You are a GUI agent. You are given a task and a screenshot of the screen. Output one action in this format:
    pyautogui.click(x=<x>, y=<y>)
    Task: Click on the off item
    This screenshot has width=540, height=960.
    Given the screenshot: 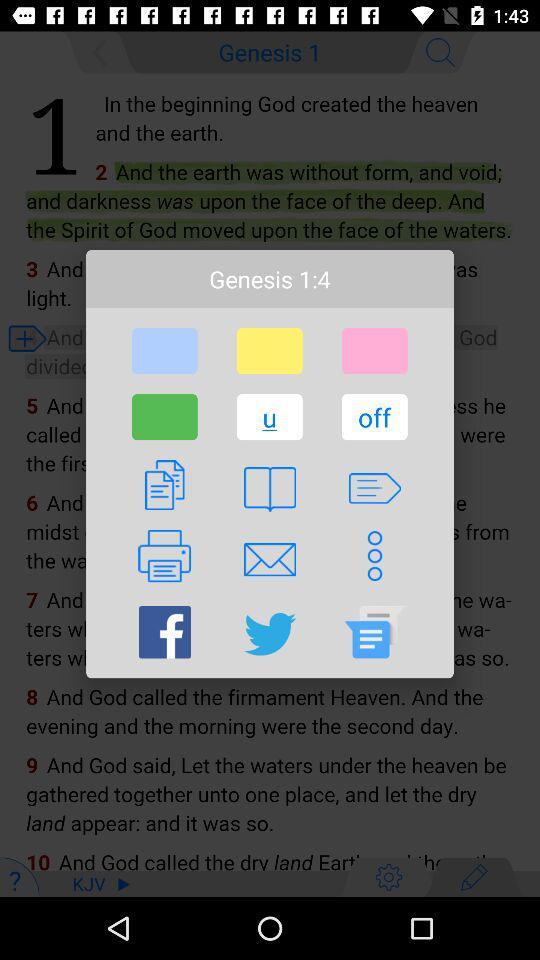 What is the action you would take?
    pyautogui.click(x=374, y=416)
    